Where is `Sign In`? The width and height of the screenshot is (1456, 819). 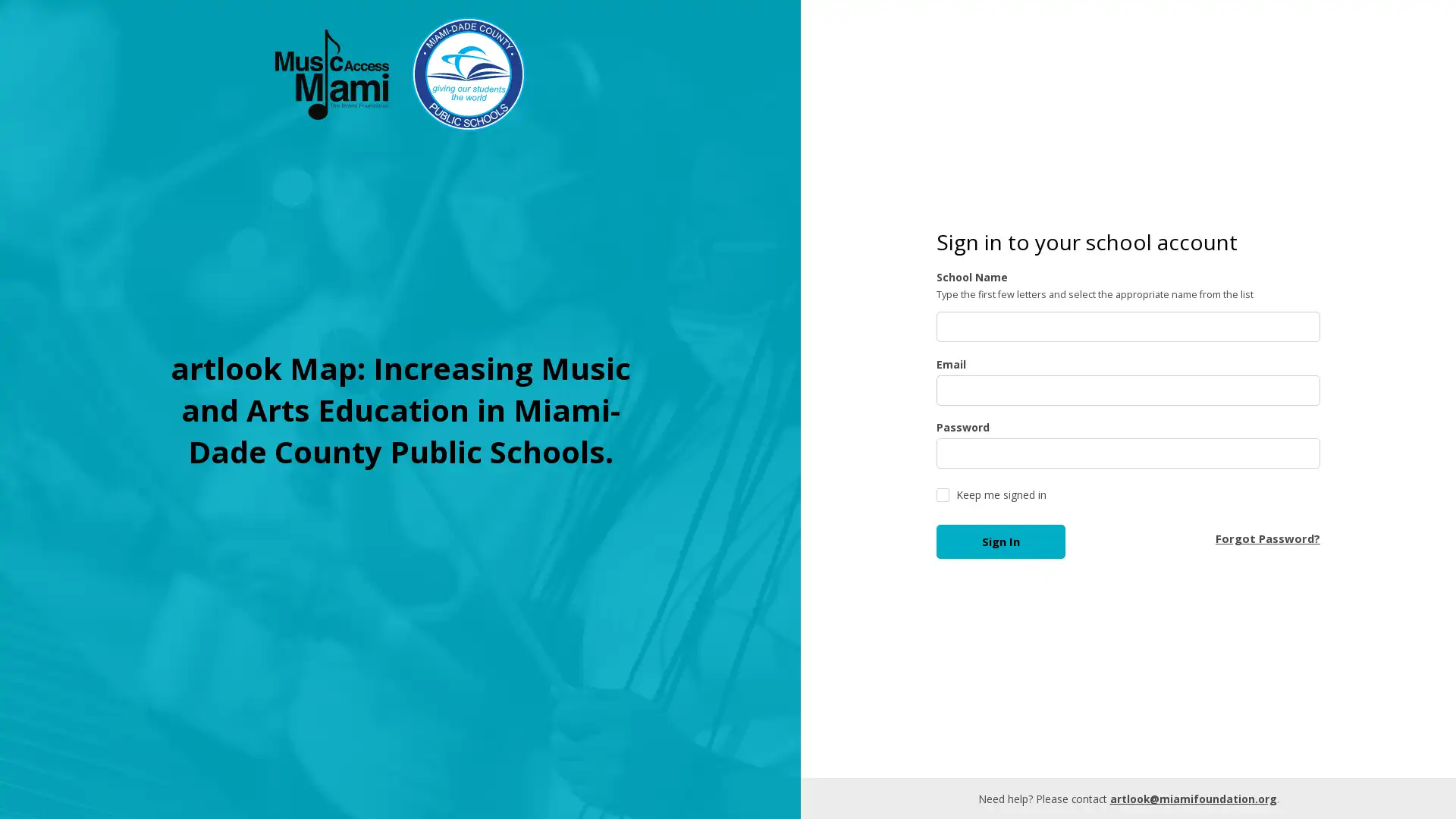 Sign In is located at coordinates (1001, 540).